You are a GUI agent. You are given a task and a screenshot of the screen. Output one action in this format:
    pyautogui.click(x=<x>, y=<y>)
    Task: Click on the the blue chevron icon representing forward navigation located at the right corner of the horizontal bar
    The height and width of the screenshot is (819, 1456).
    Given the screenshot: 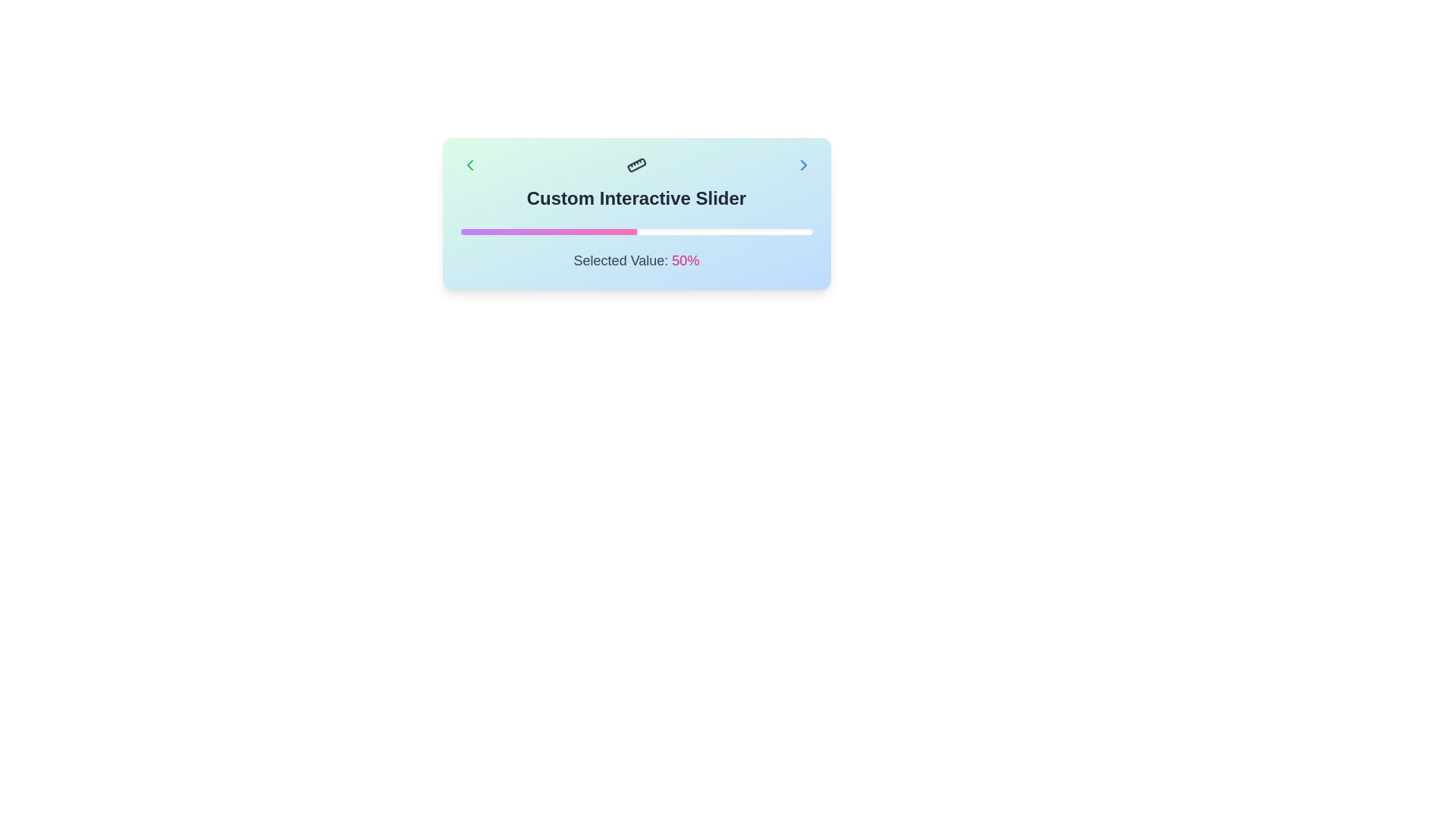 What is the action you would take?
    pyautogui.click(x=802, y=165)
    